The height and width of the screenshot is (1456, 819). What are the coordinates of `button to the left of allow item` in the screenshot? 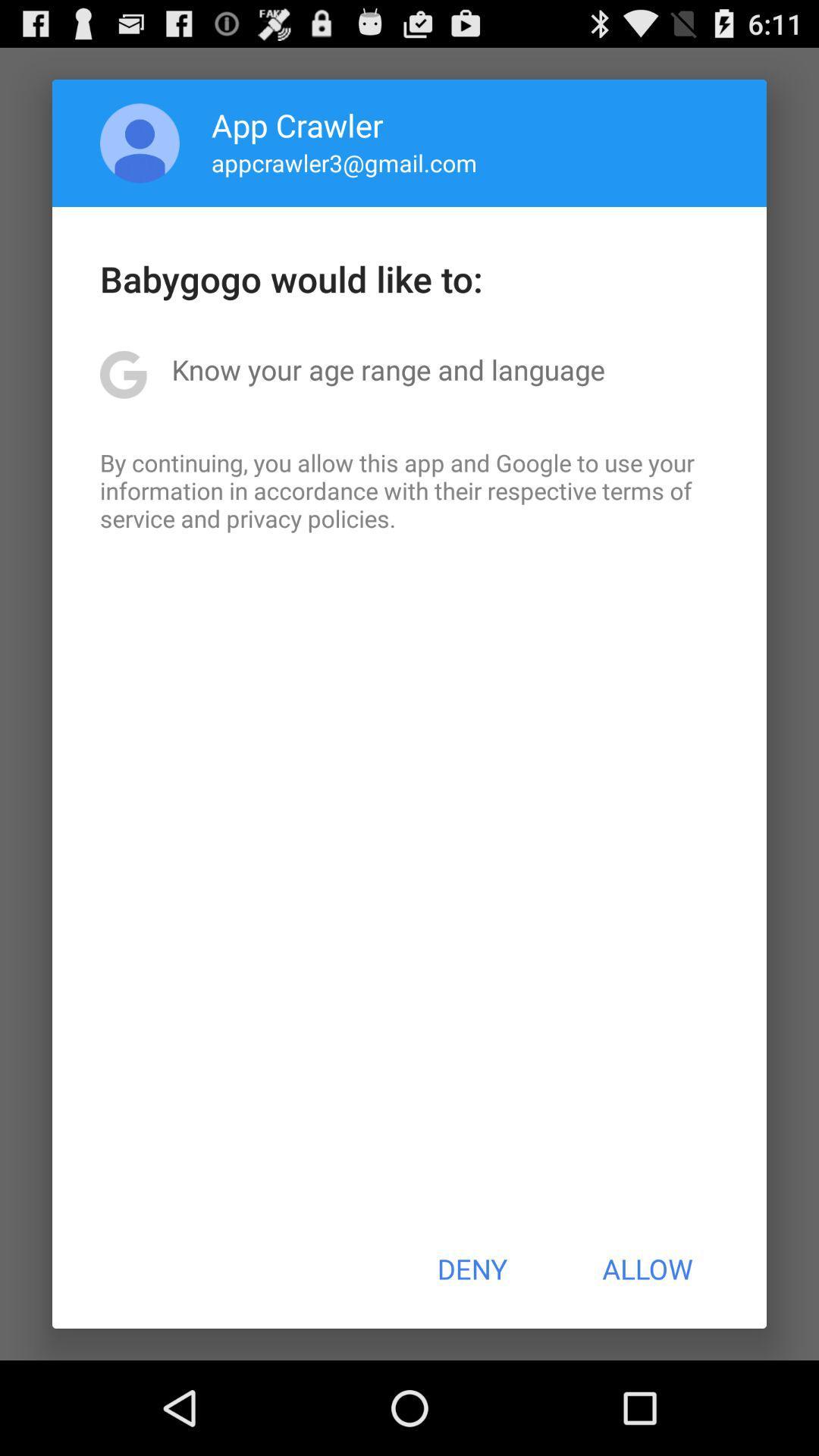 It's located at (471, 1269).